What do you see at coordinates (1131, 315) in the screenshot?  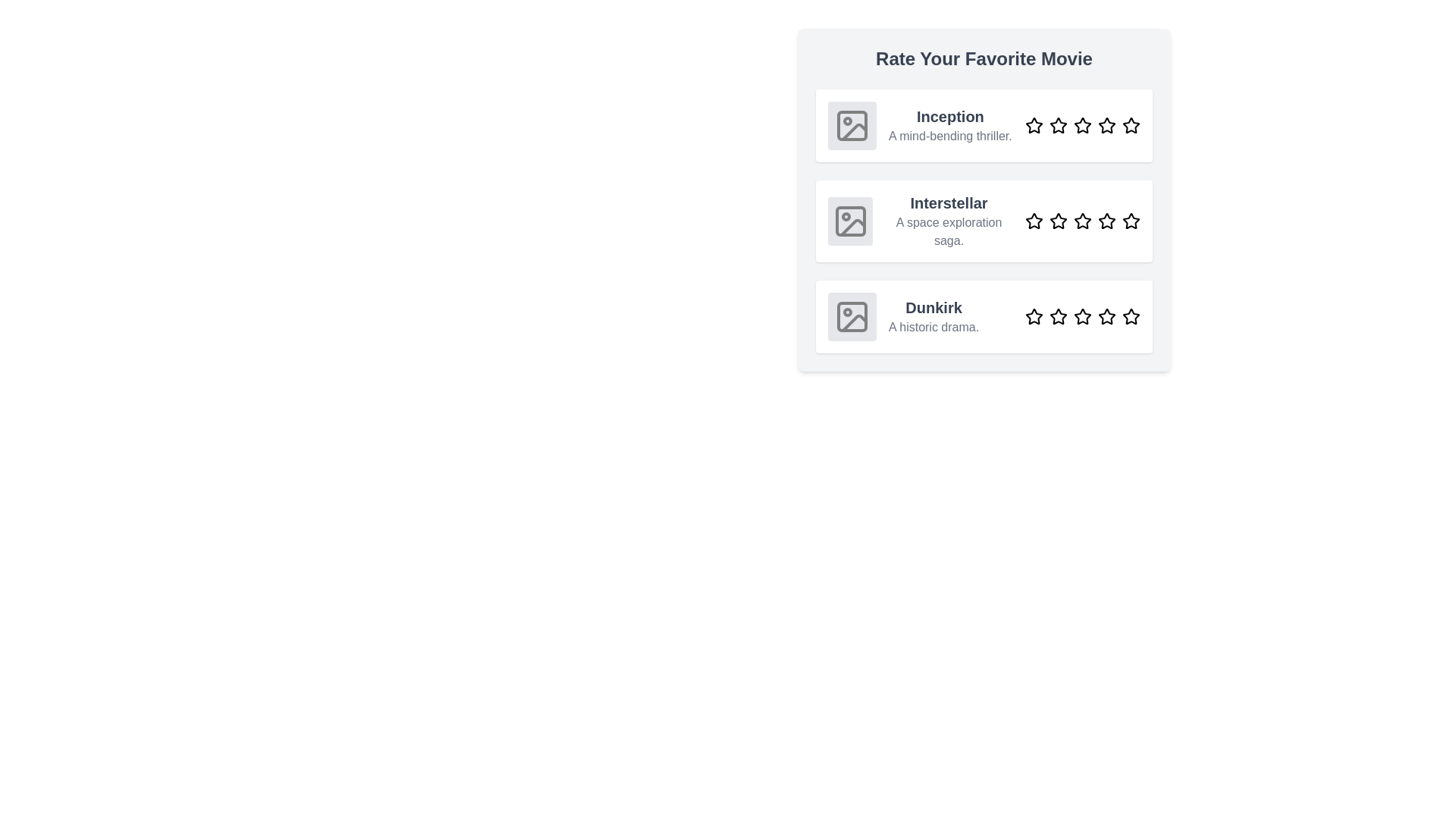 I see `the fifth star rating icon for the movie 'Dunkirk'` at bounding box center [1131, 315].